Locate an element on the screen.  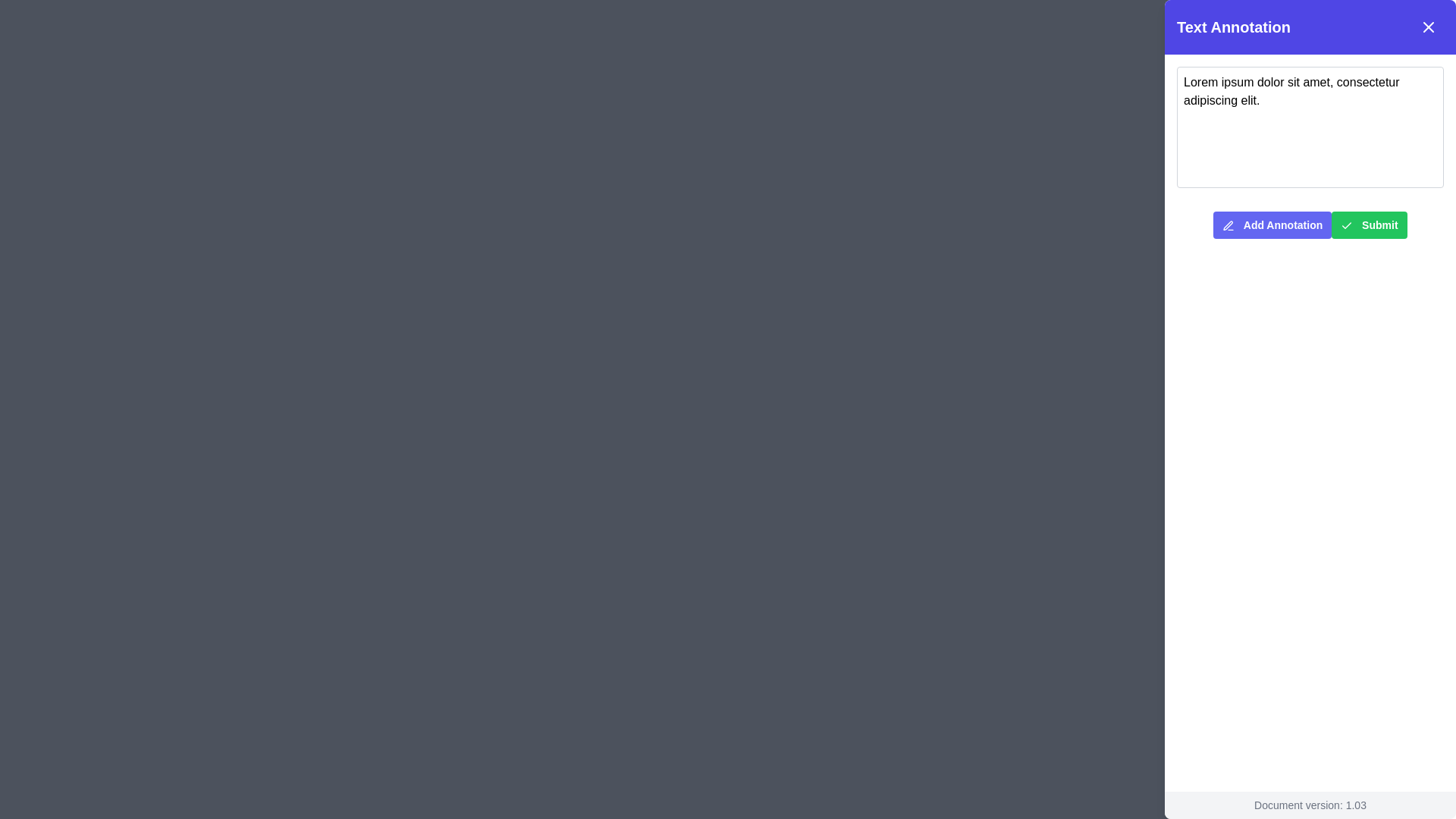
the close button located at the top-right corner of the 'Text Annotation' panel is located at coordinates (1427, 27).